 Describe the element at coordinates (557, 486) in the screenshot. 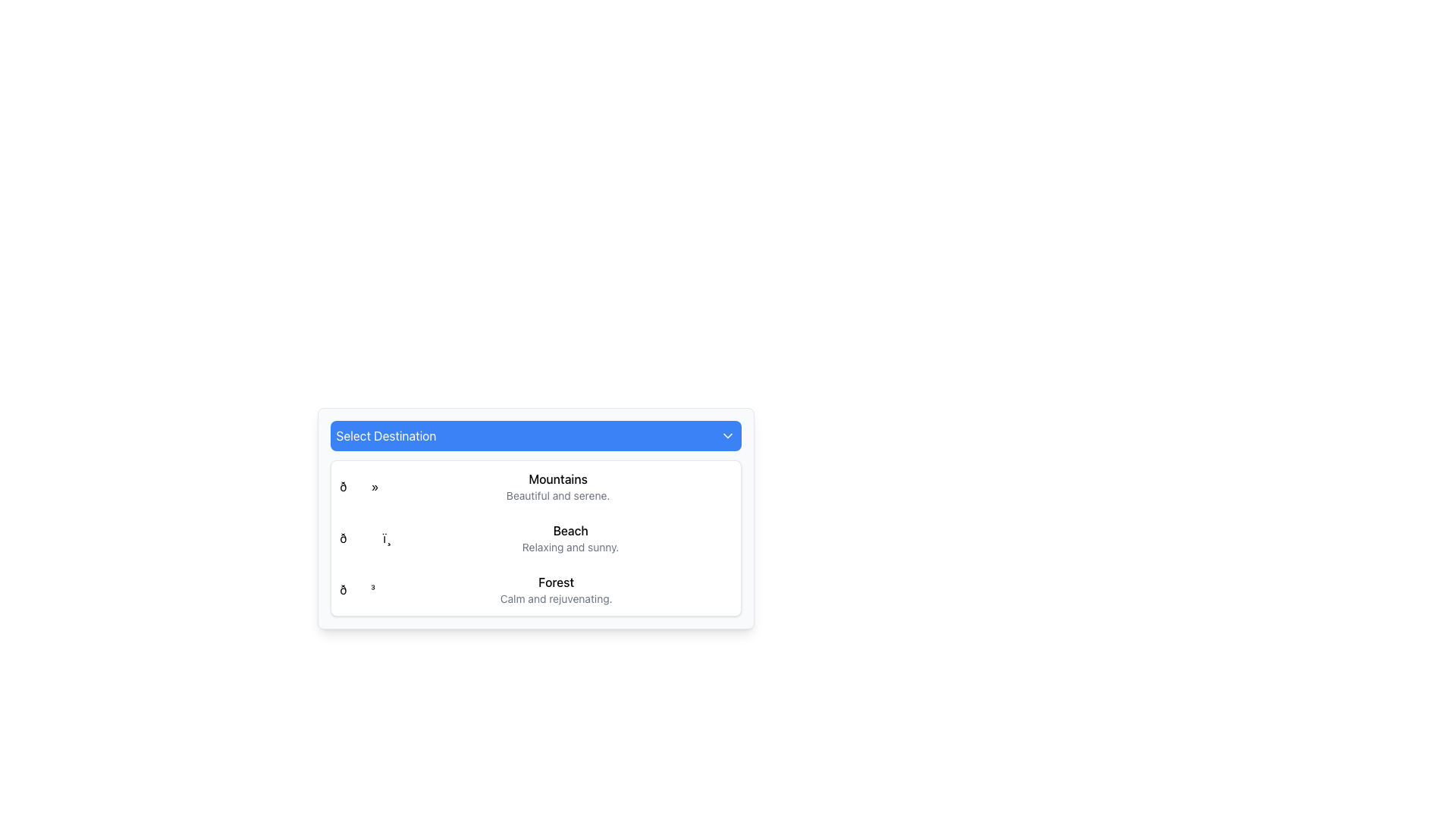

I see `the text block labeled 'Mountains' which is the second item in a dropdown menu, visually centered and accompanied by a smaller description 'Beautiful and serene'` at that location.